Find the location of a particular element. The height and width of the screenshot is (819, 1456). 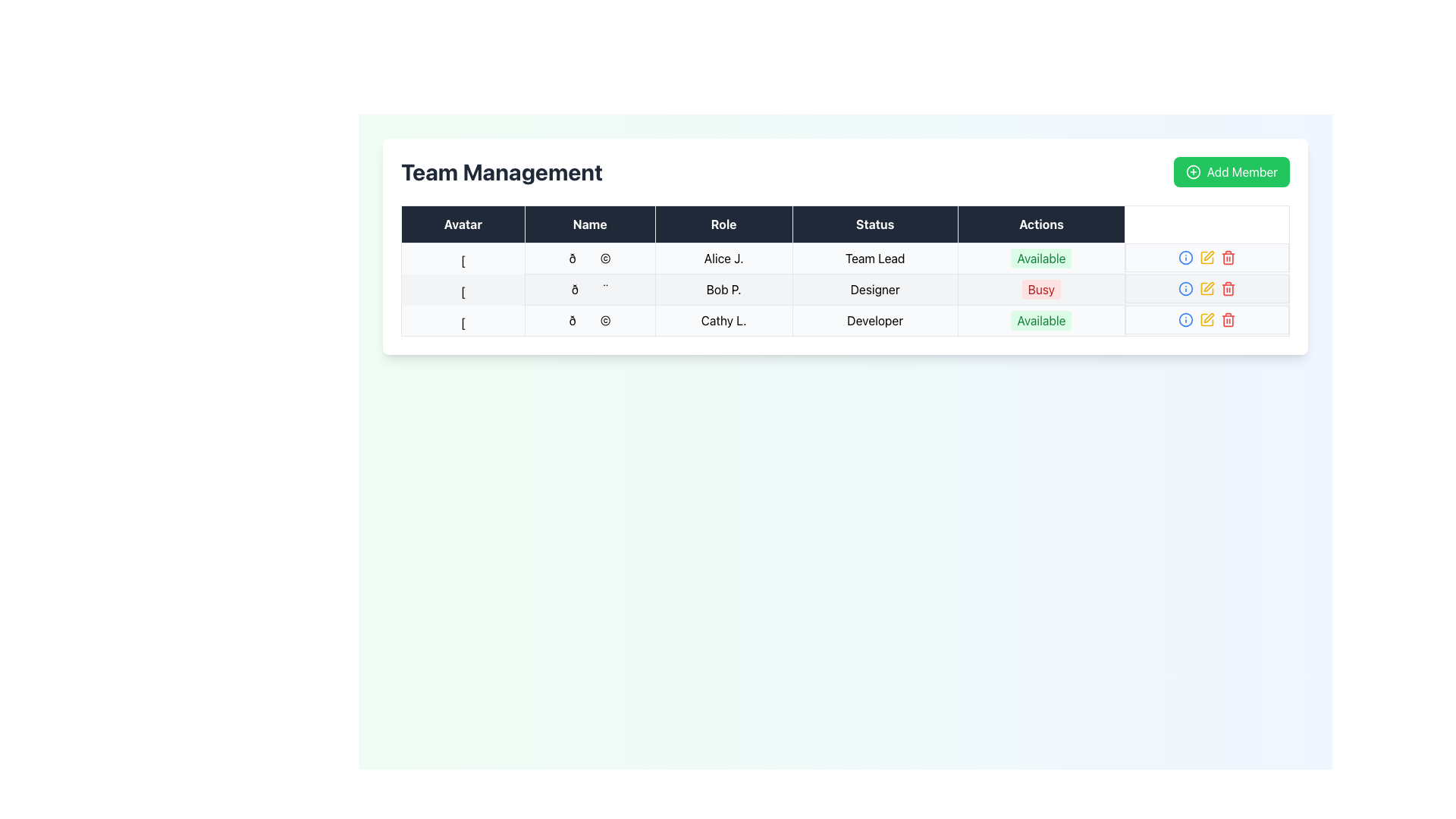

the circular icon in the 'Actions' column of the 'Team Management' table, which indicates 'information' or 'help' for user 'Bob P.' is located at coordinates (1185, 288).